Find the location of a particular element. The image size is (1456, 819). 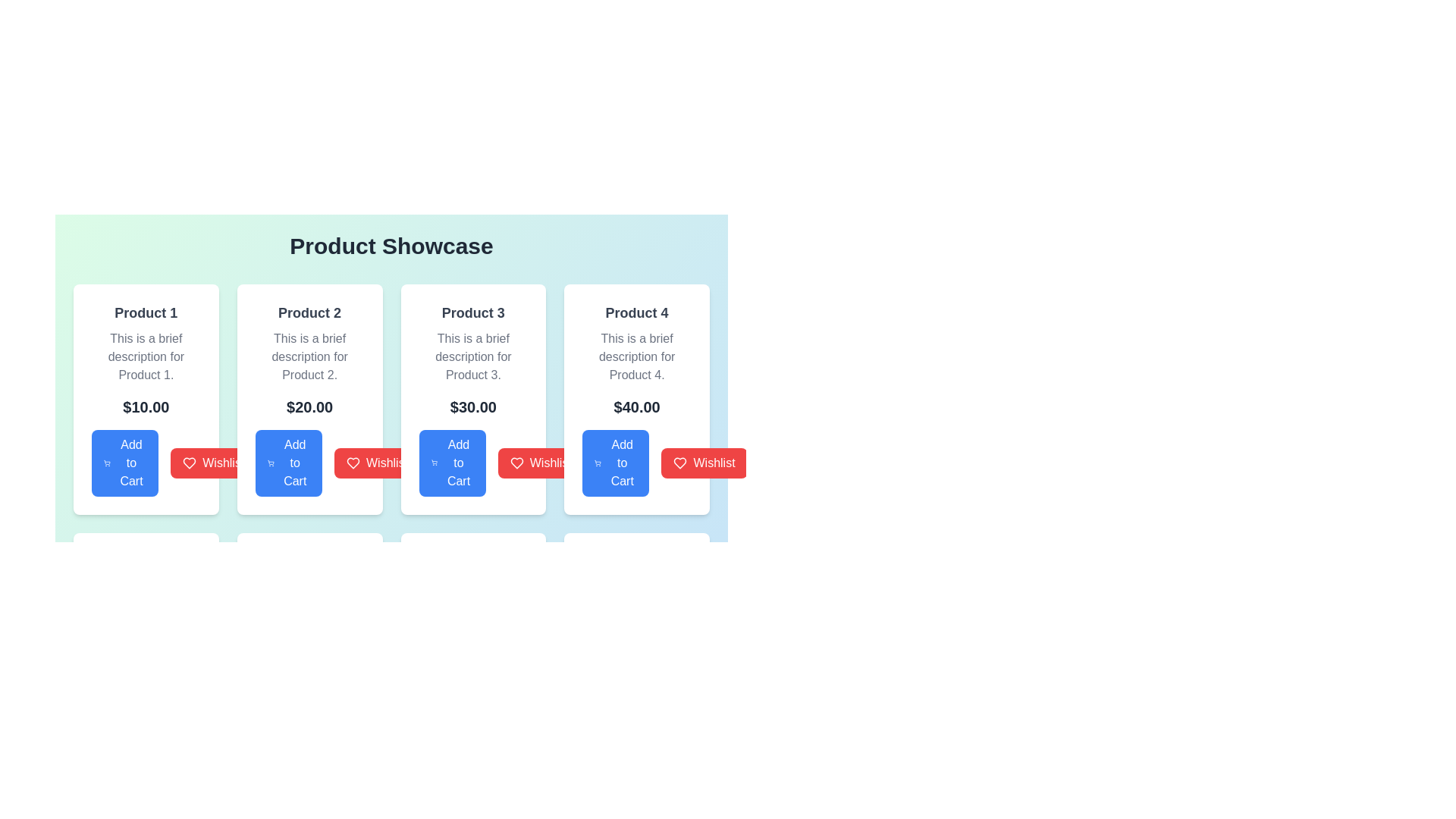

the heart-shaped icon within the red 'Wishlist' button below Product 3 is located at coordinates (516, 462).